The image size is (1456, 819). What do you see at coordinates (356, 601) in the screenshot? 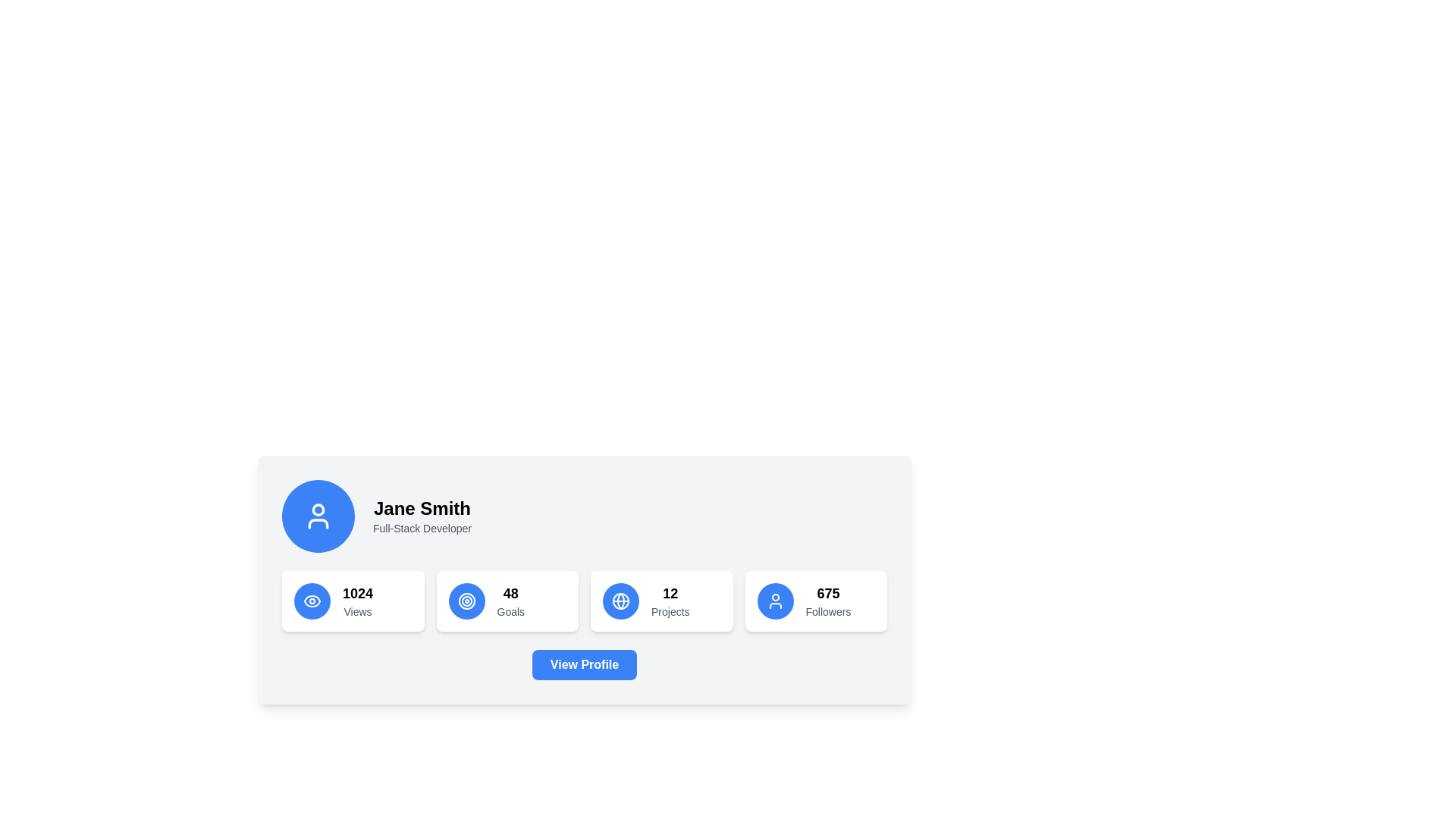
I see `the Statistical Information Display that shows '1024' above 'Views', styled prominently and smaller respectively, located in the top section of a card-like structure` at bounding box center [356, 601].